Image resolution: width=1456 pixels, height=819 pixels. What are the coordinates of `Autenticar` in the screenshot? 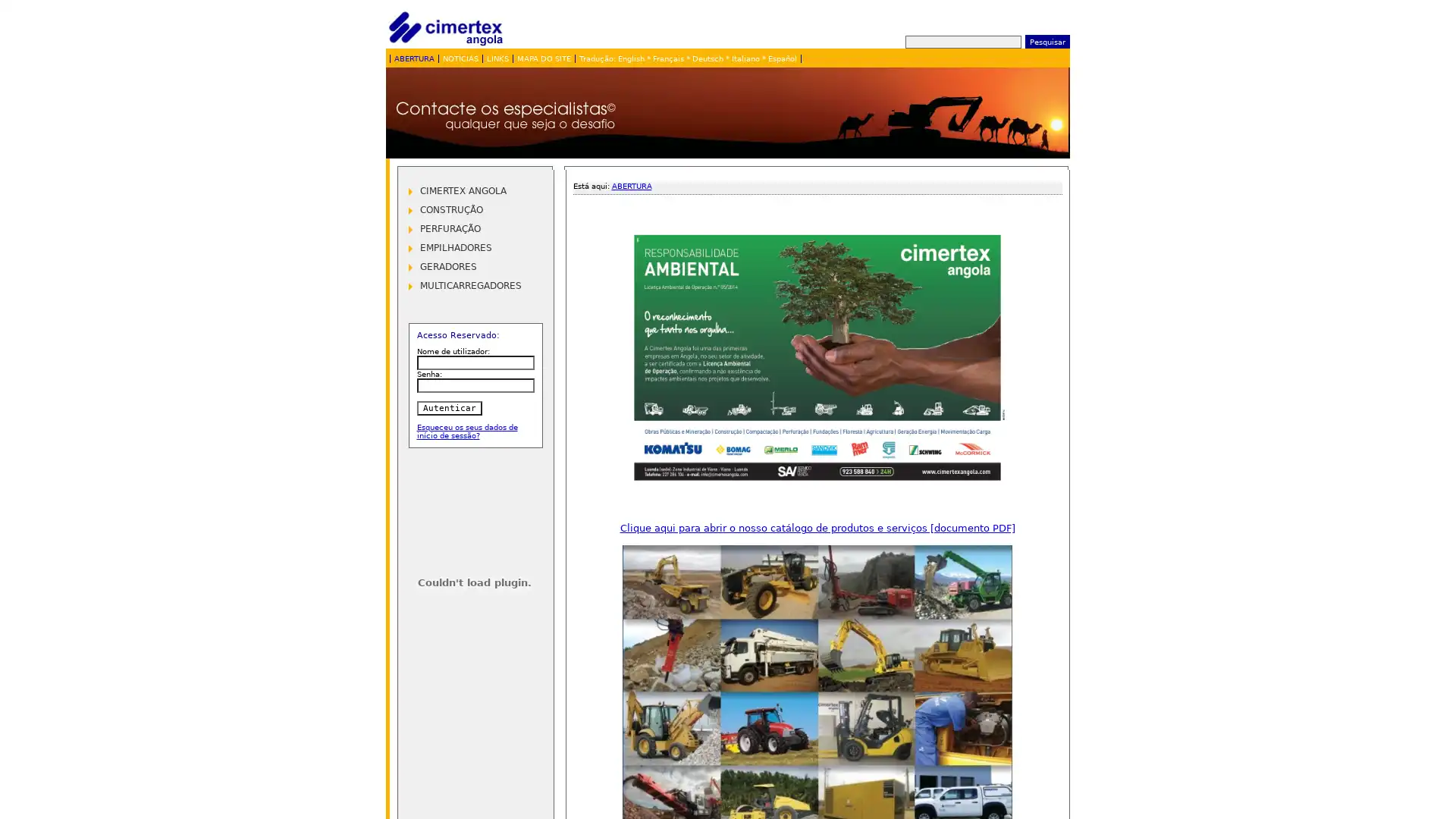 It's located at (447, 407).